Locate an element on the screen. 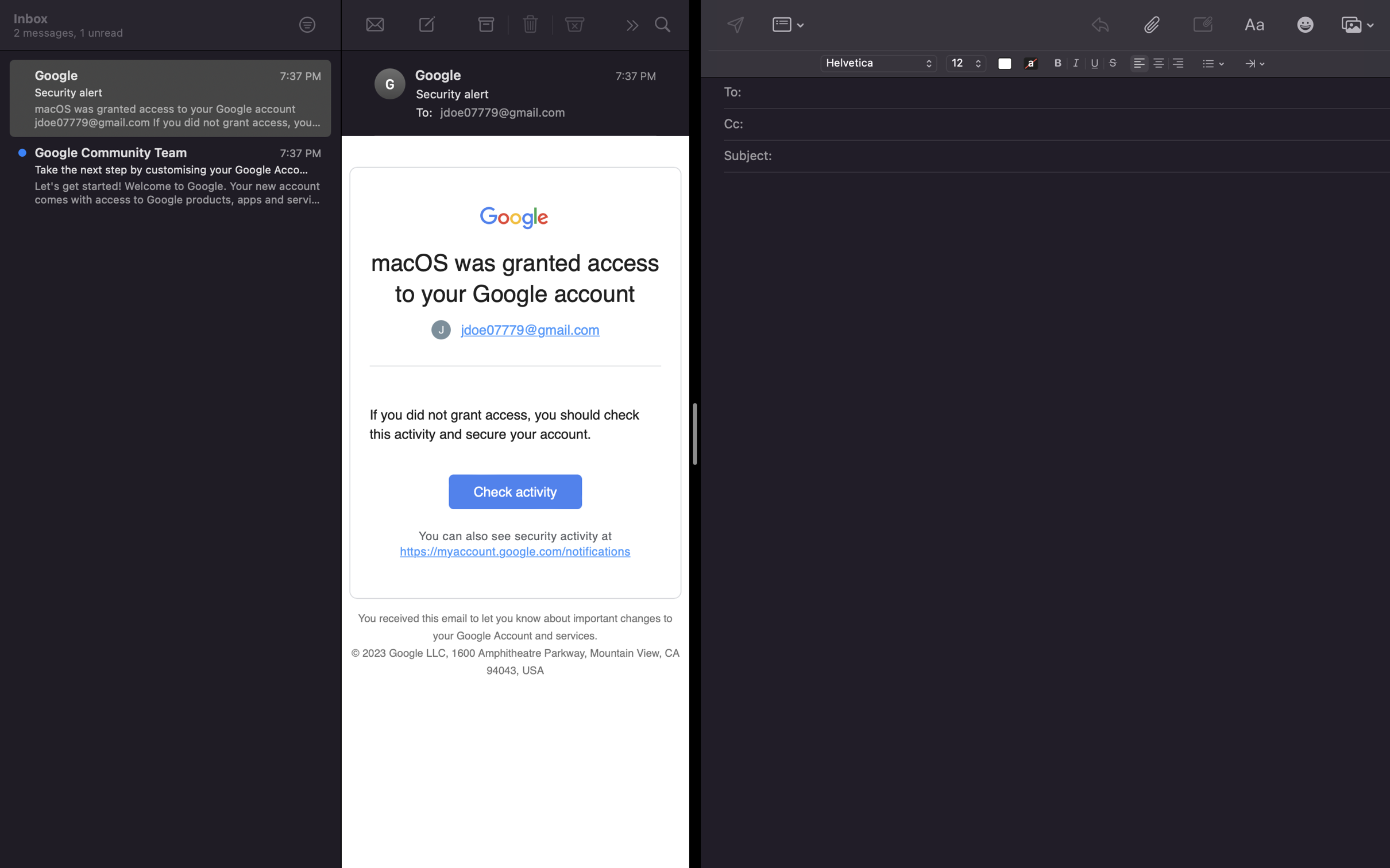 Image resolution: width=1390 pixels, height=868 pixels. Put "jane@gmail.com" as the email recipient is located at coordinates (1065, 93).